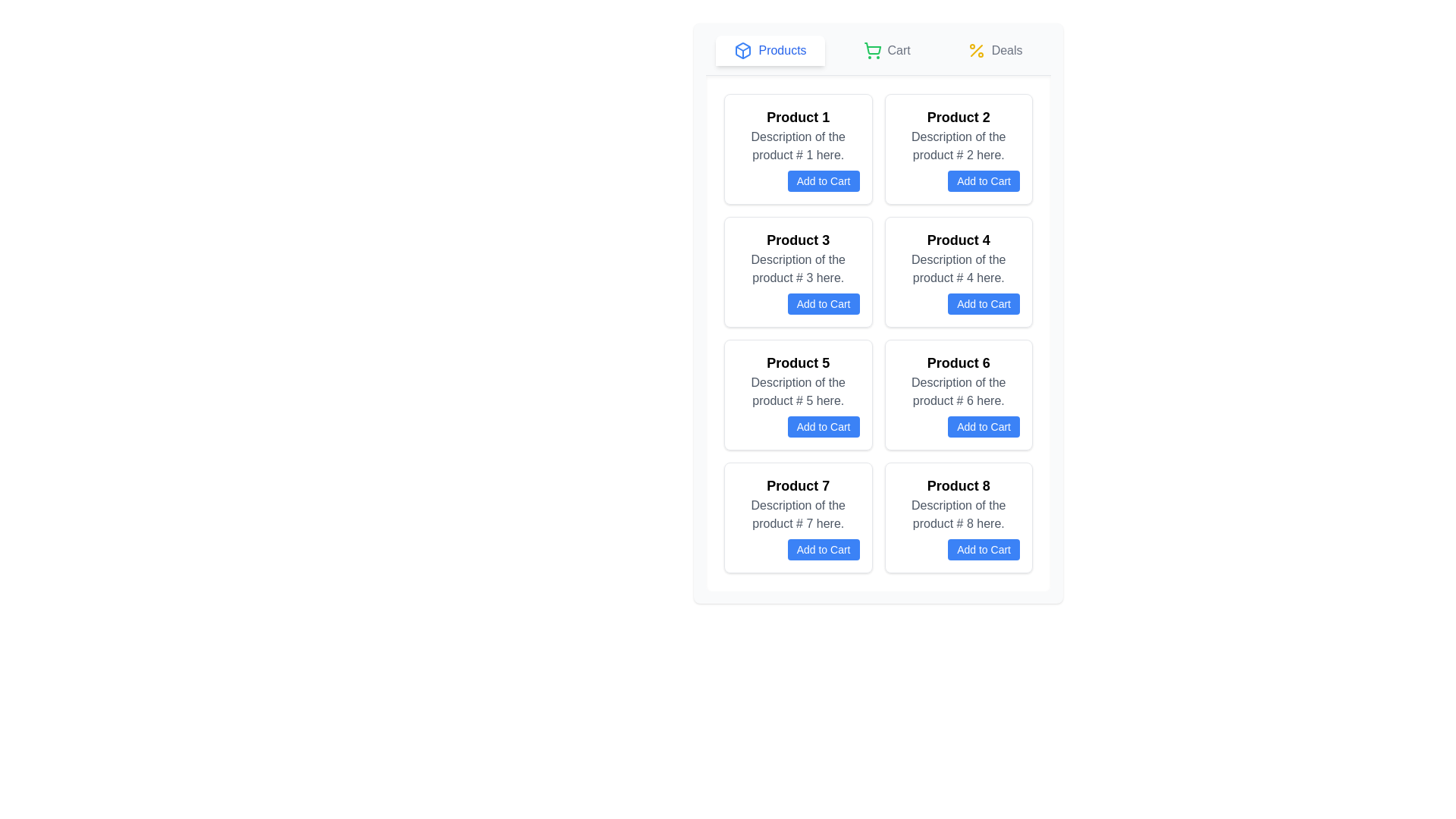 This screenshot has height=819, width=1456. I want to click on the 'Deals' text label in the top-right corner of the navigation bar, so click(1007, 49).